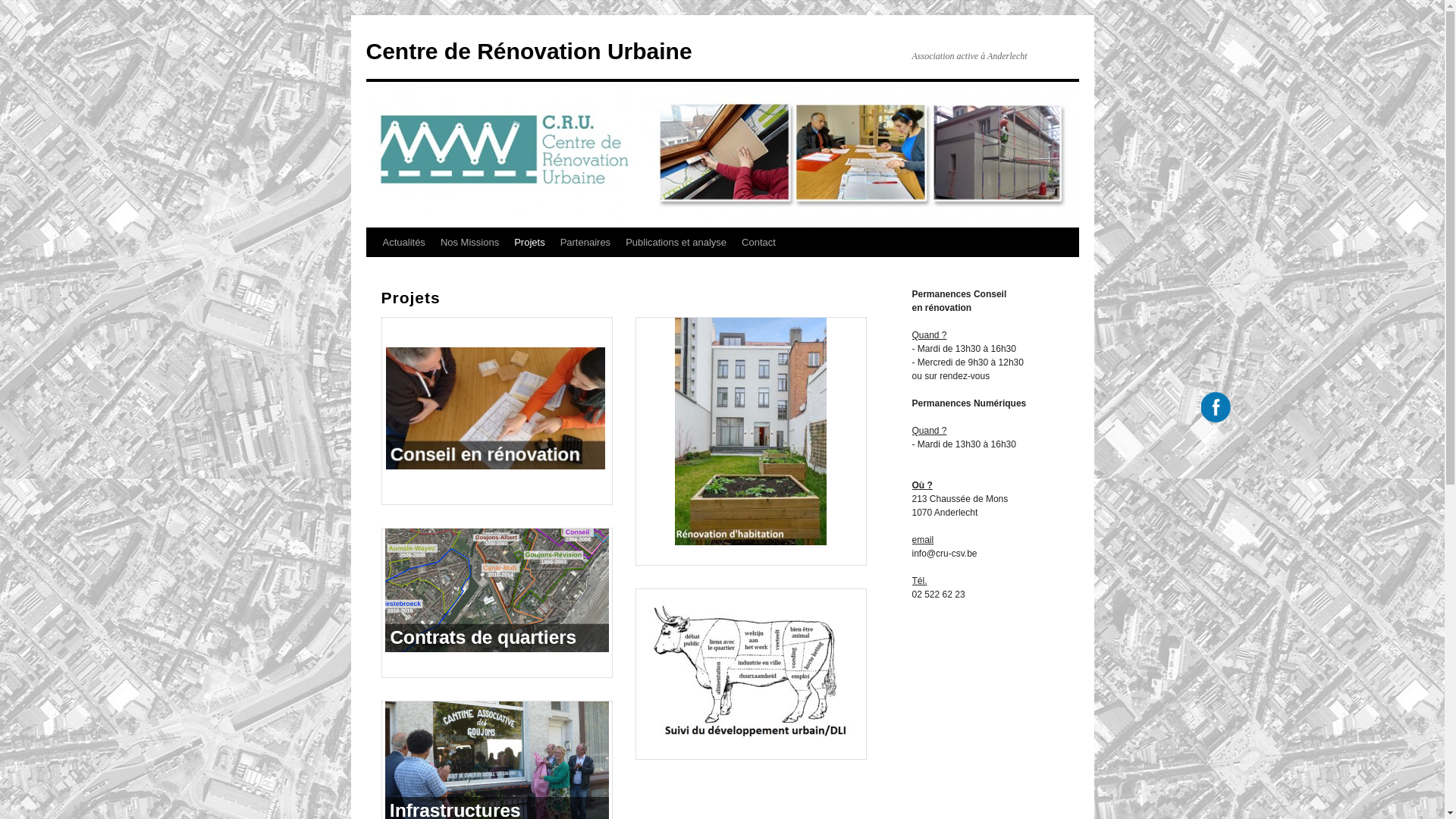 Image resolution: width=1456 pixels, height=819 pixels. What do you see at coordinates (618, 242) in the screenshot?
I see `'Publications et analyse'` at bounding box center [618, 242].